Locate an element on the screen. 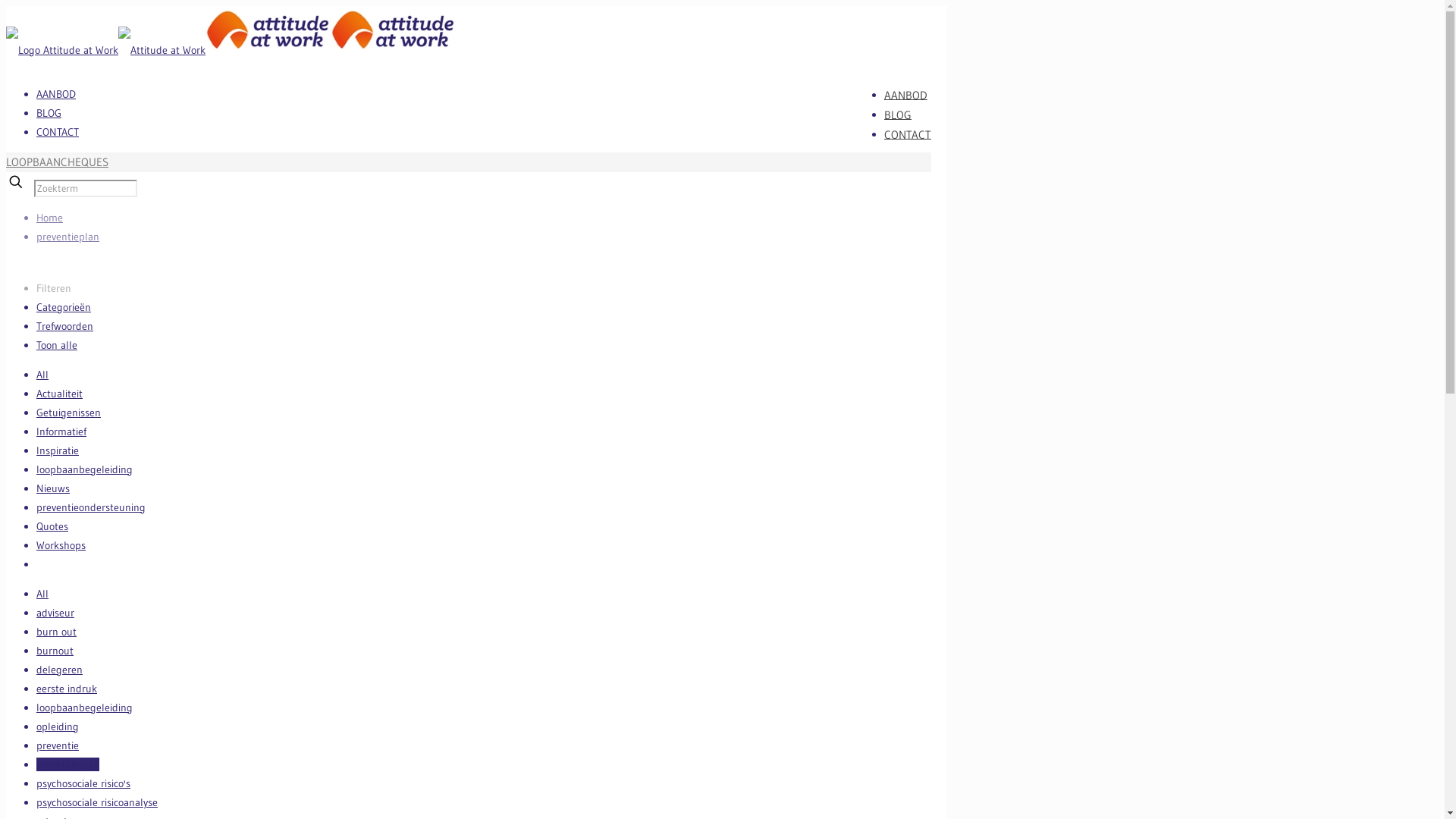  'Getuigenissen' is located at coordinates (67, 412).